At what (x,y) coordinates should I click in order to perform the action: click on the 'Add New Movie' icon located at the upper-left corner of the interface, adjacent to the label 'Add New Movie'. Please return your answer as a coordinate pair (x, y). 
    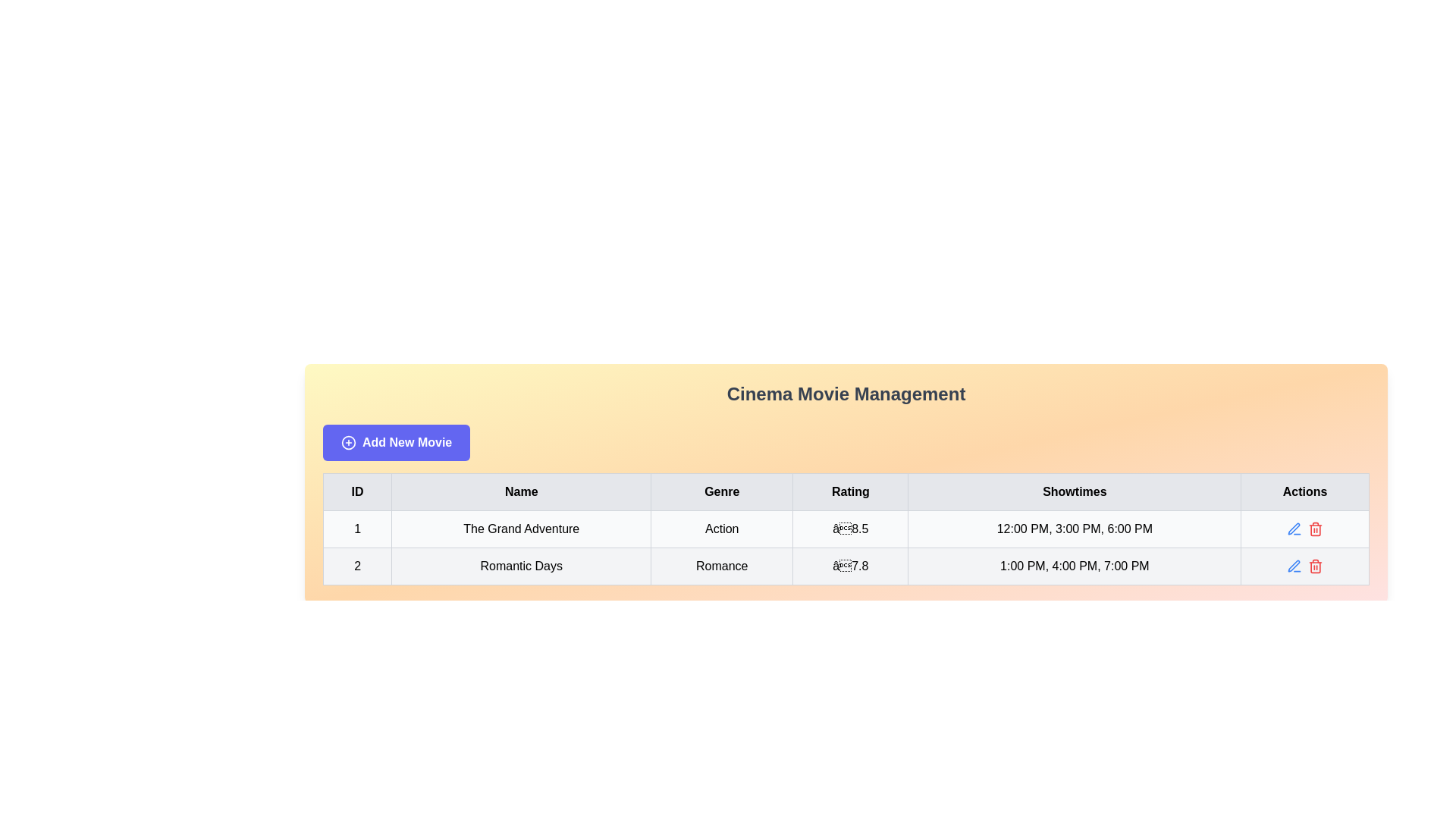
    Looking at the image, I should click on (348, 442).